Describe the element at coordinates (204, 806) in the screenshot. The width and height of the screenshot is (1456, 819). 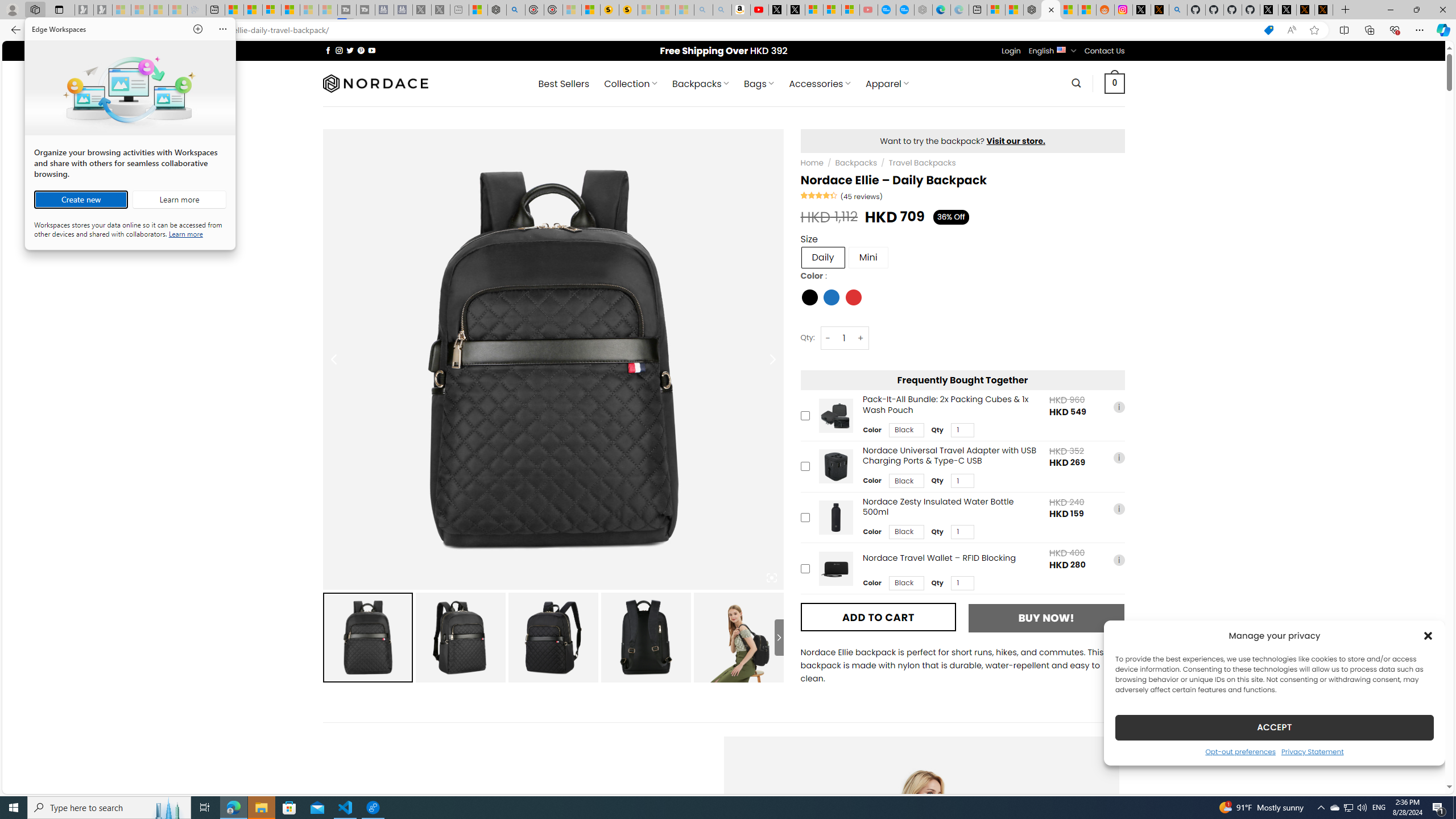
I see `'Task View'` at that location.